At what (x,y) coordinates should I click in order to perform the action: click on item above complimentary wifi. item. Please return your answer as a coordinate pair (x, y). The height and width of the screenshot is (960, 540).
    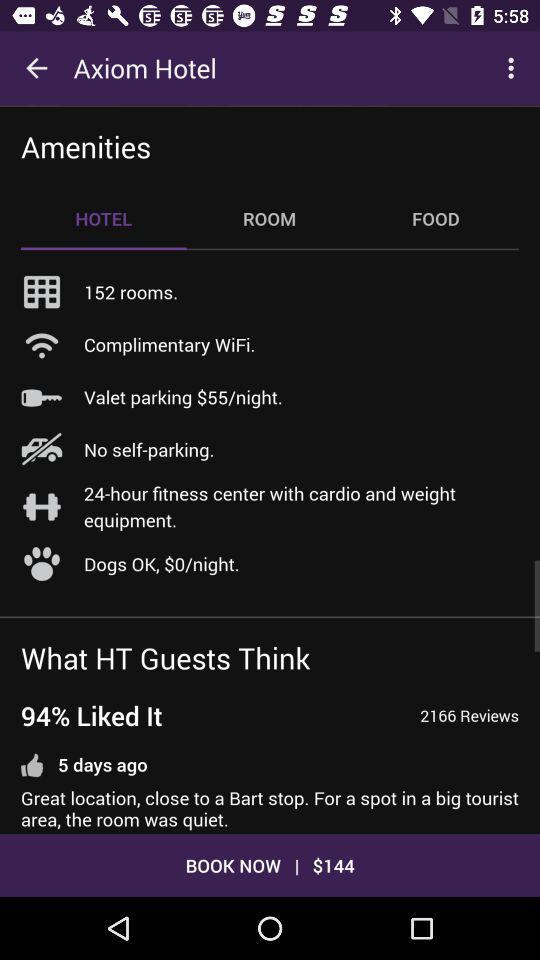
    Looking at the image, I should click on (131, 291).